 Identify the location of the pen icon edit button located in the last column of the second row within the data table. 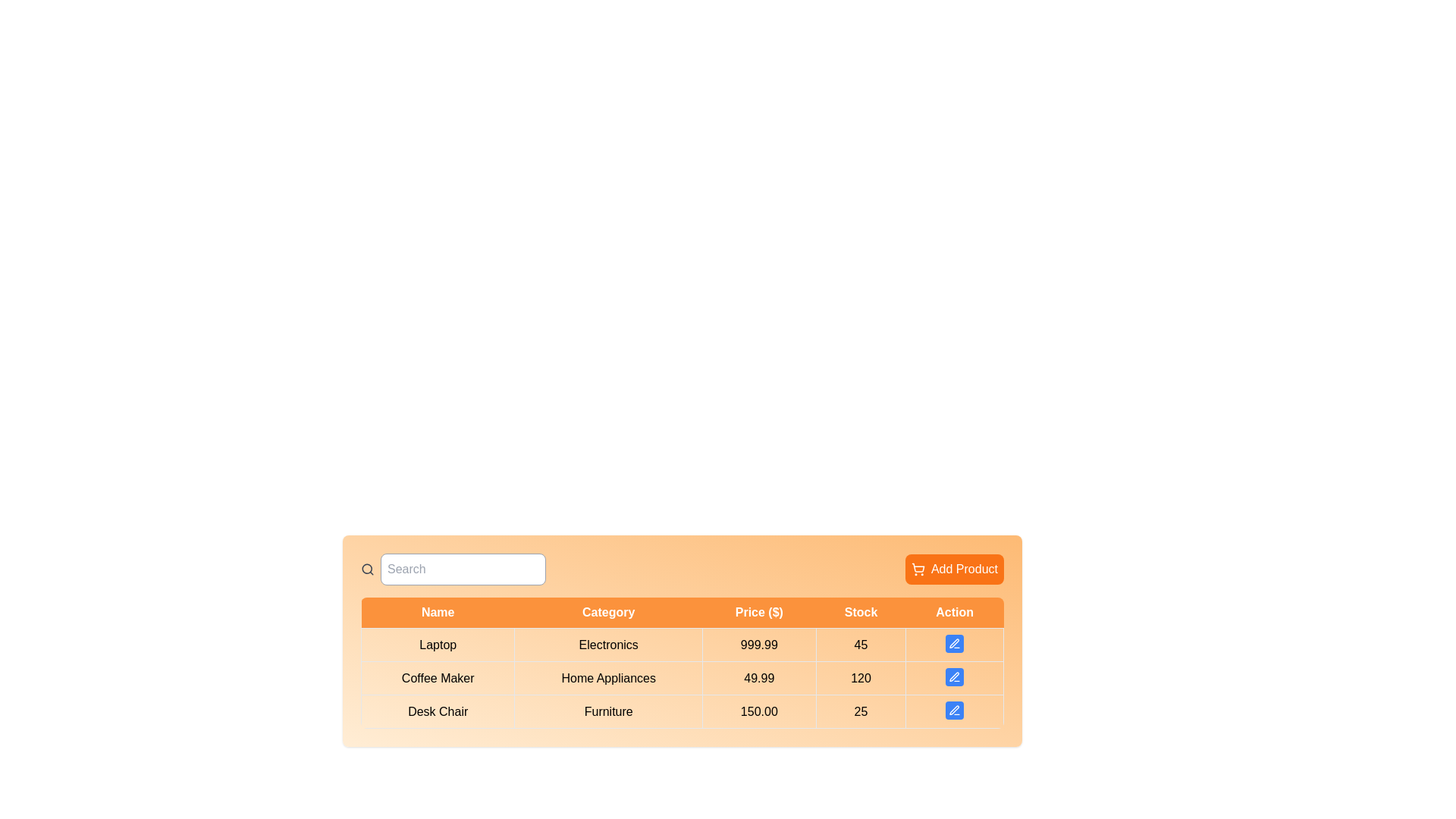
(954, 676).